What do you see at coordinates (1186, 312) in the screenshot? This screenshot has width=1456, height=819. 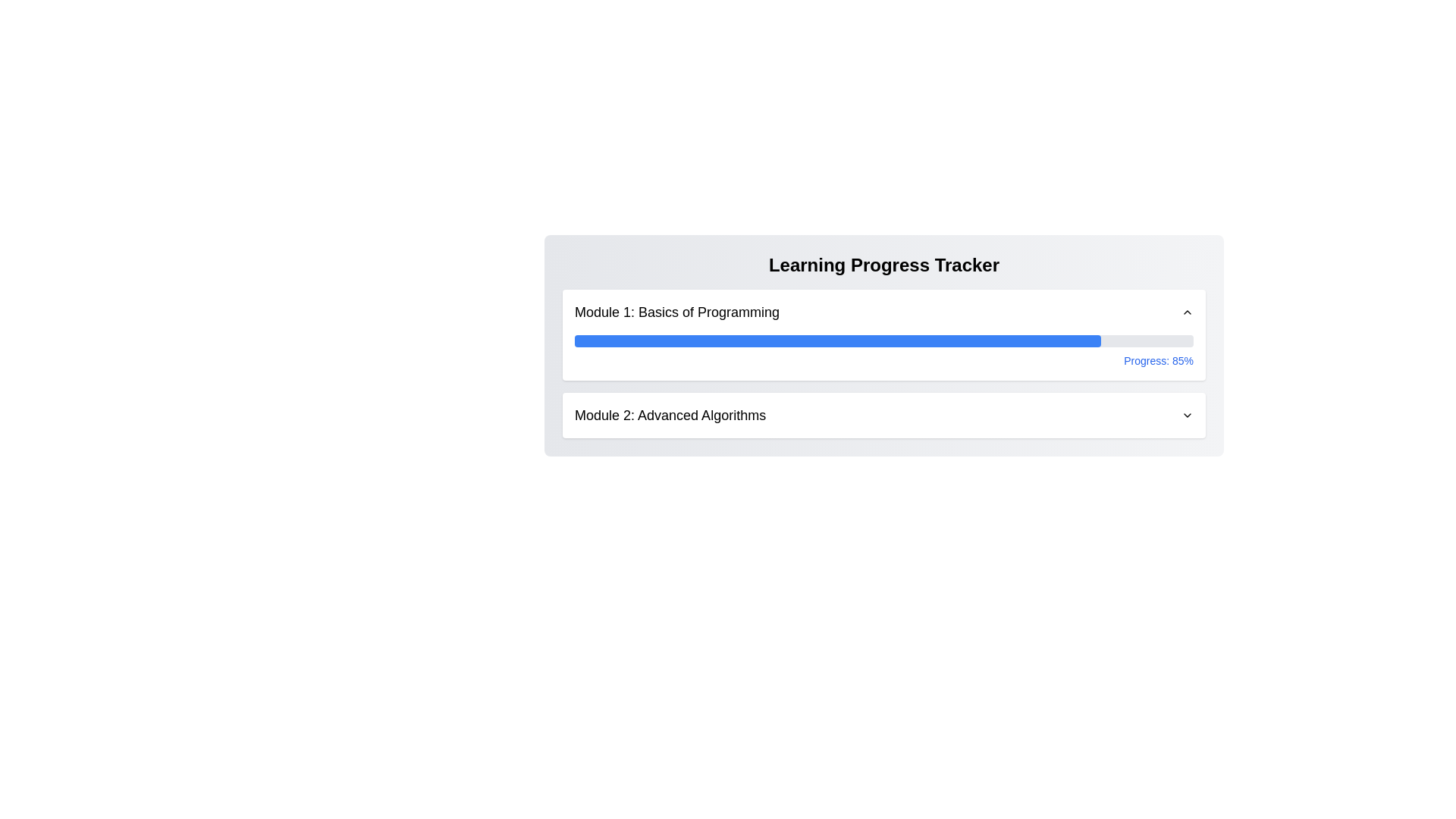 I see `the upward-pointing chevron icon button located at the far right of the header labeled 'Module 1: Basics of Programming'` at bounding box center [1186, 312].